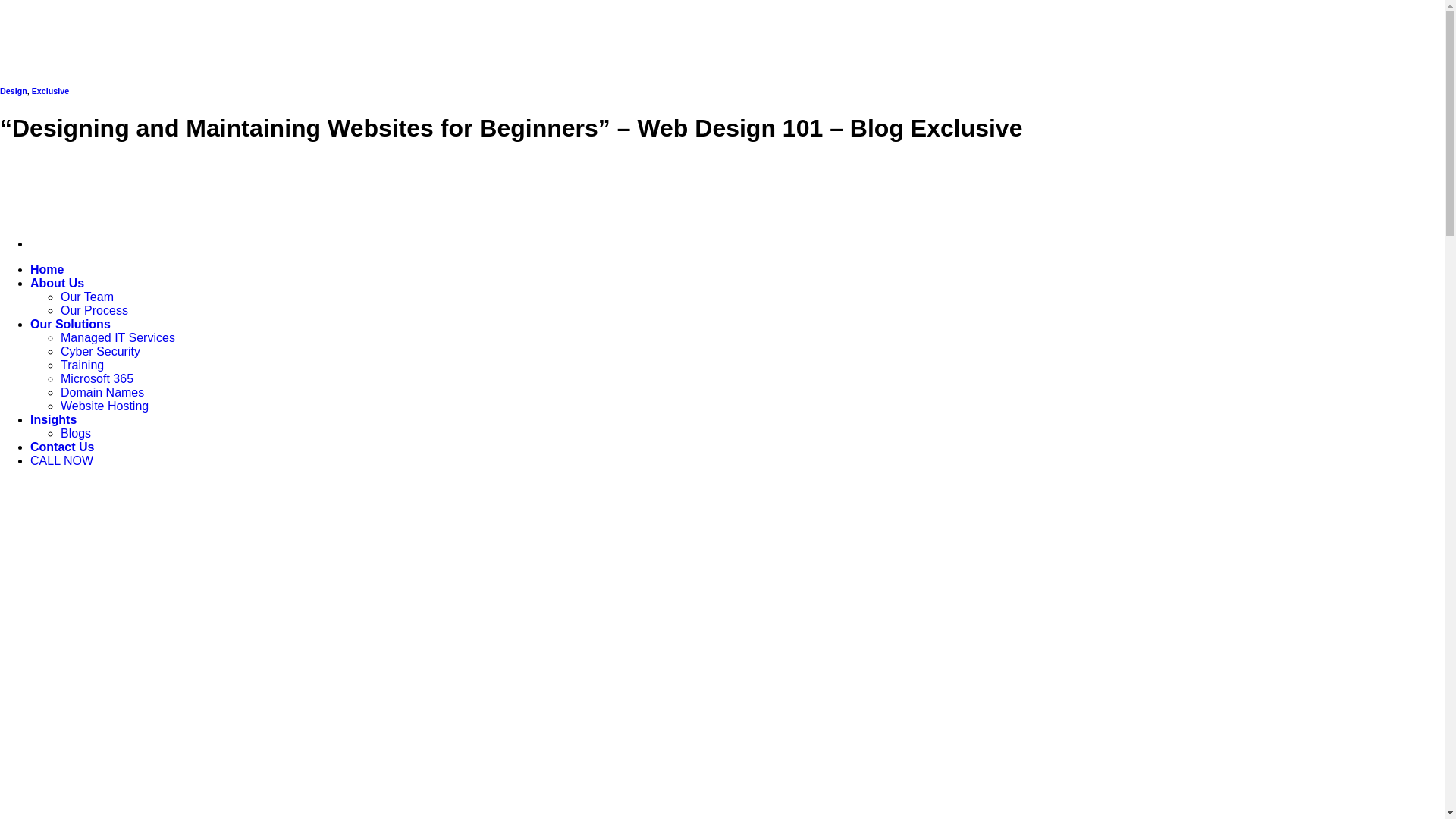 The image size is (1456, 819). What do you see at coordinates (96, 378) in the screenshot?
I see `'Microsoft 365'` at bounding box center [96, 378].